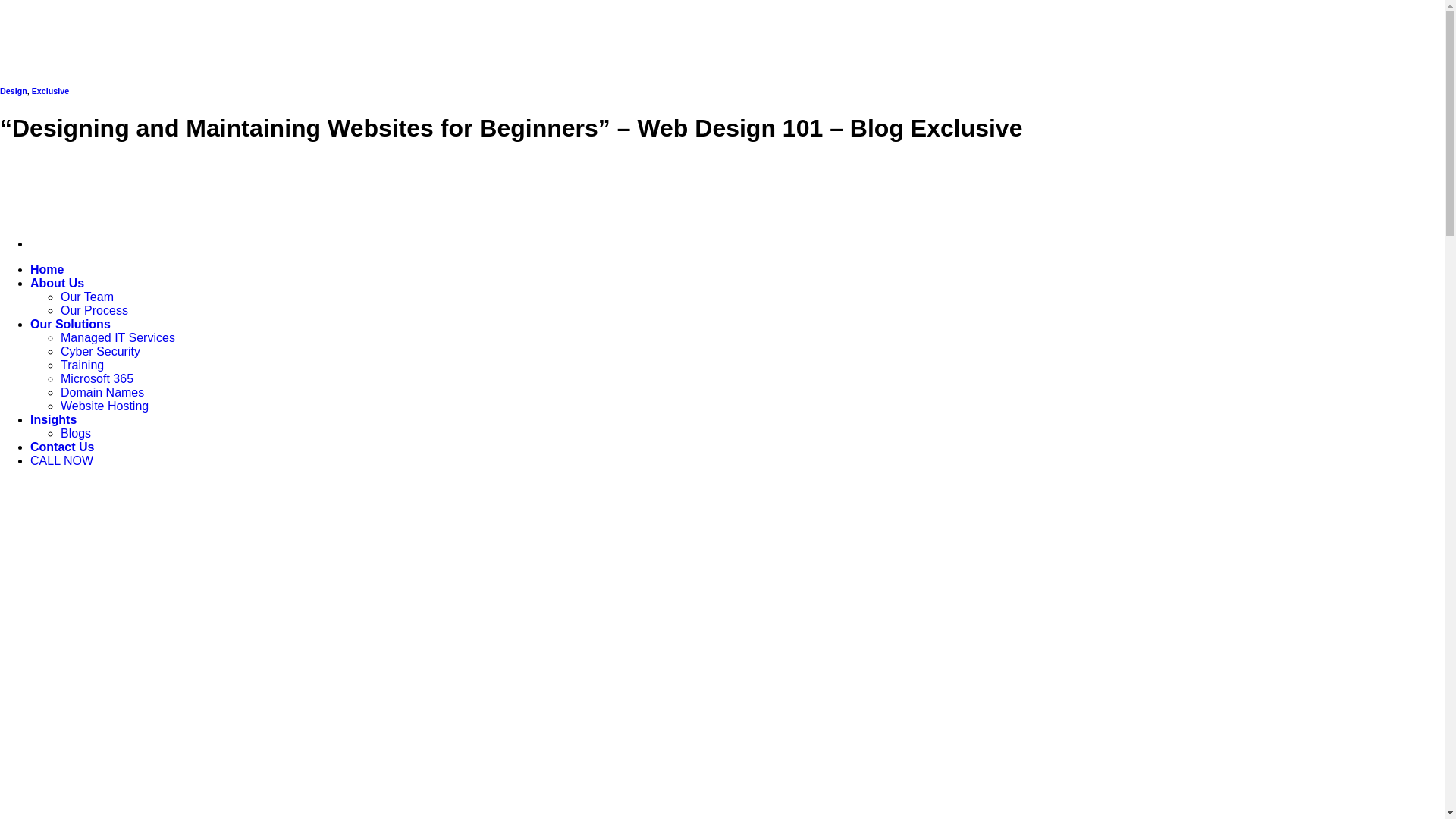 The image size is (1456, 819). What do you see at coordinates (96, 378) in the screenshot?
I see `'Microsoft 365'` at bounding box center [96, 378].